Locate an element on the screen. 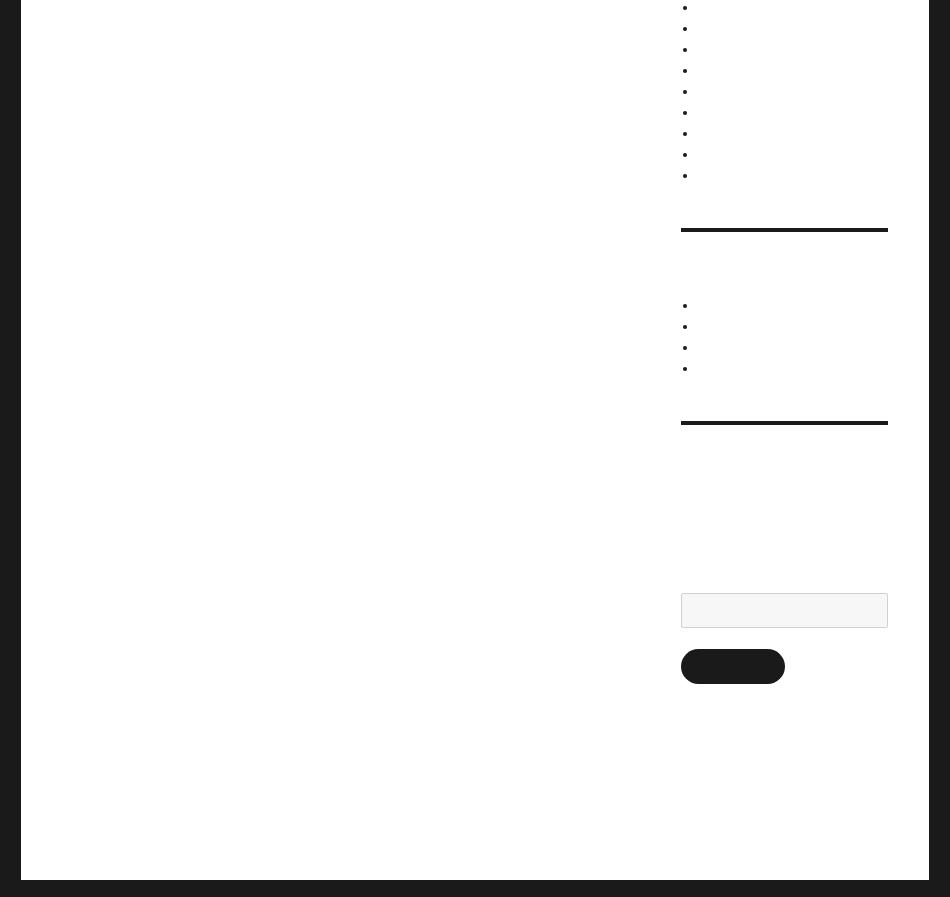 The image size is (950, 897). 'Subscribe to Blog via Email' is located at coordinates (772, 465).